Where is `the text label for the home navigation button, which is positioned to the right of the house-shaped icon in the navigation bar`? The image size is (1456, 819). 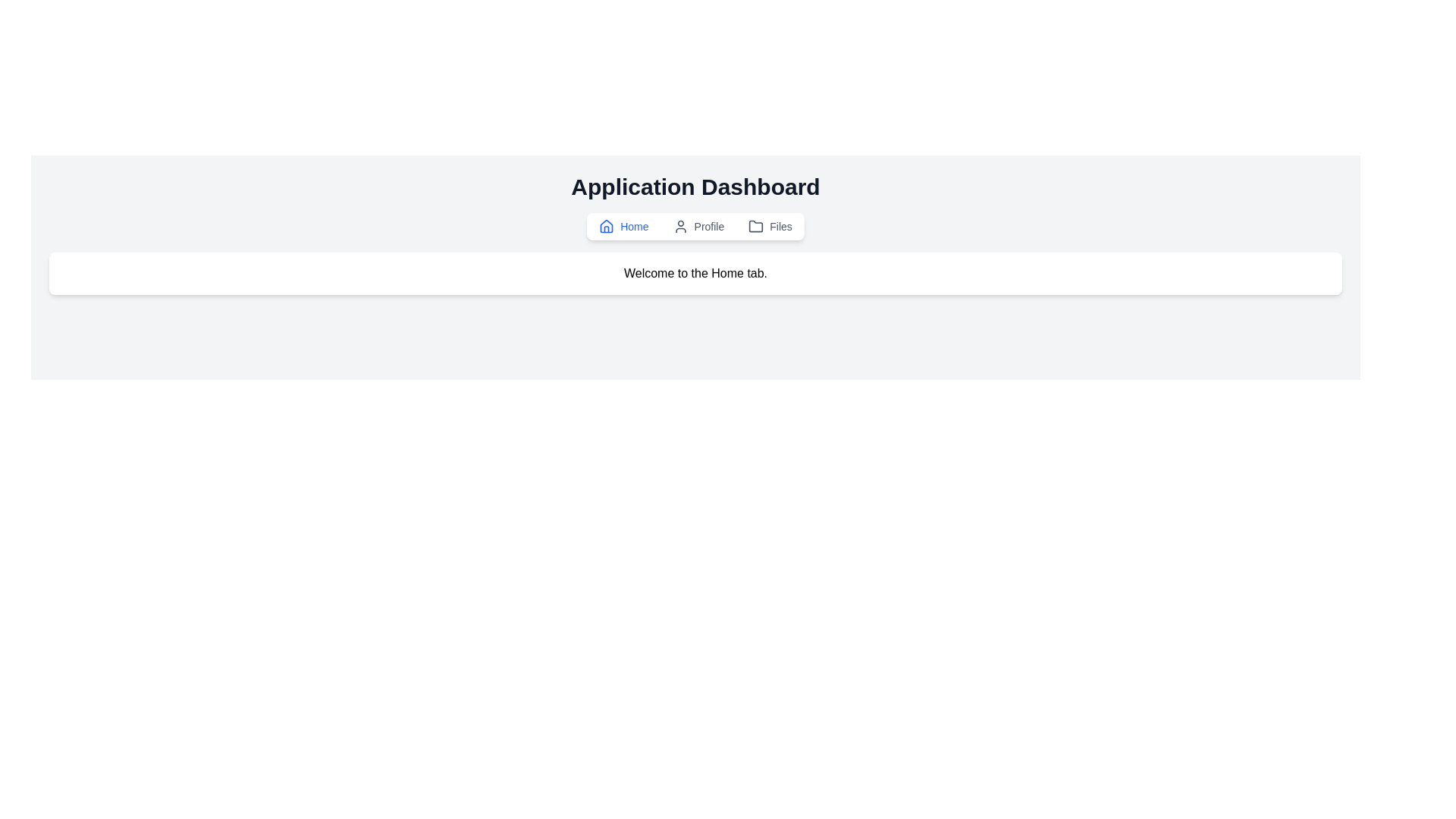 the text label for the home navigation button, which is positioned to the right of the house-shaped icon in the navigation bar is located at coordinates (634, 227).